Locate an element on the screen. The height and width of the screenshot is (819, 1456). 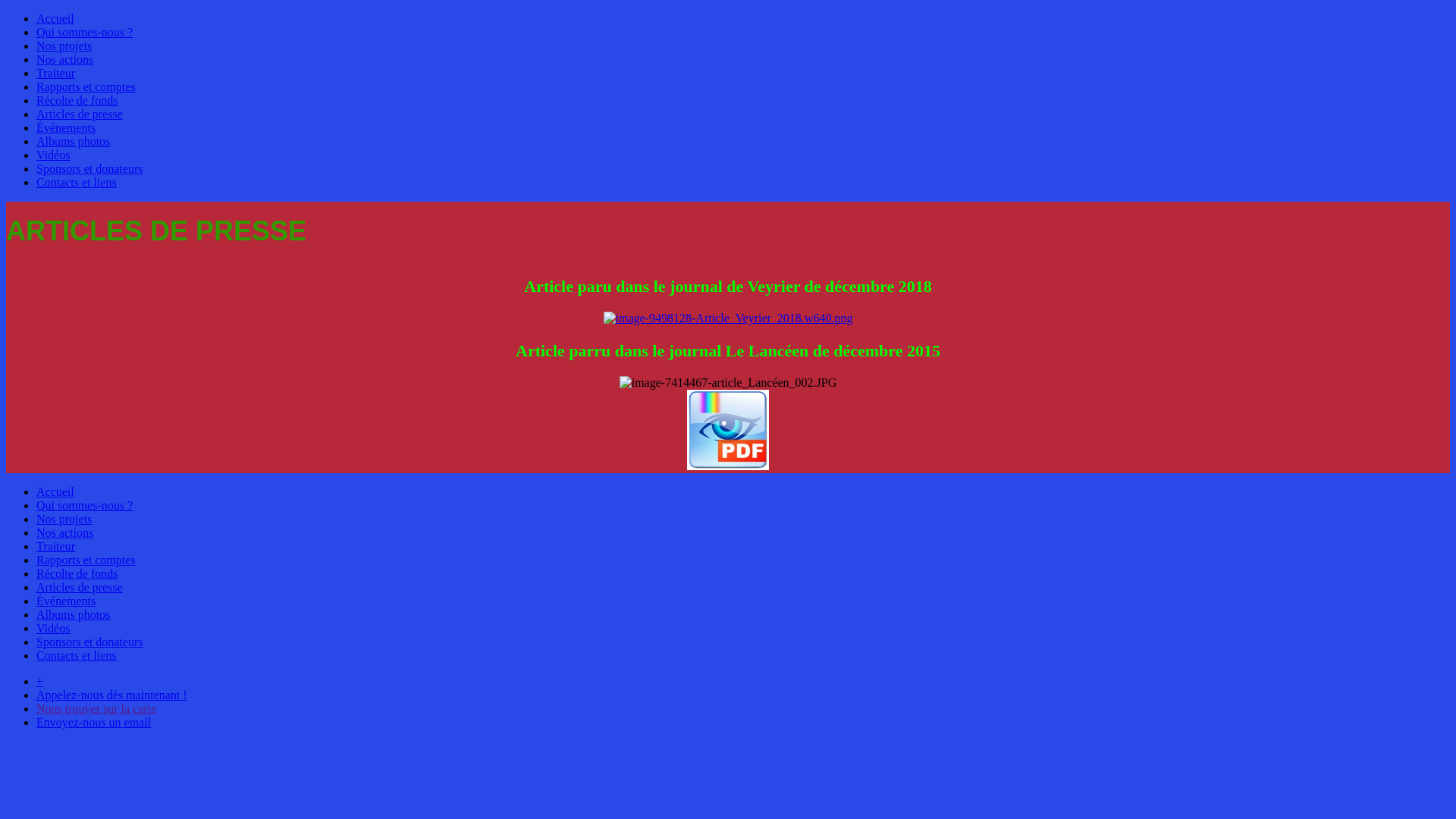
'Sponsors et donateurs' is located at coordinates (89, 642).